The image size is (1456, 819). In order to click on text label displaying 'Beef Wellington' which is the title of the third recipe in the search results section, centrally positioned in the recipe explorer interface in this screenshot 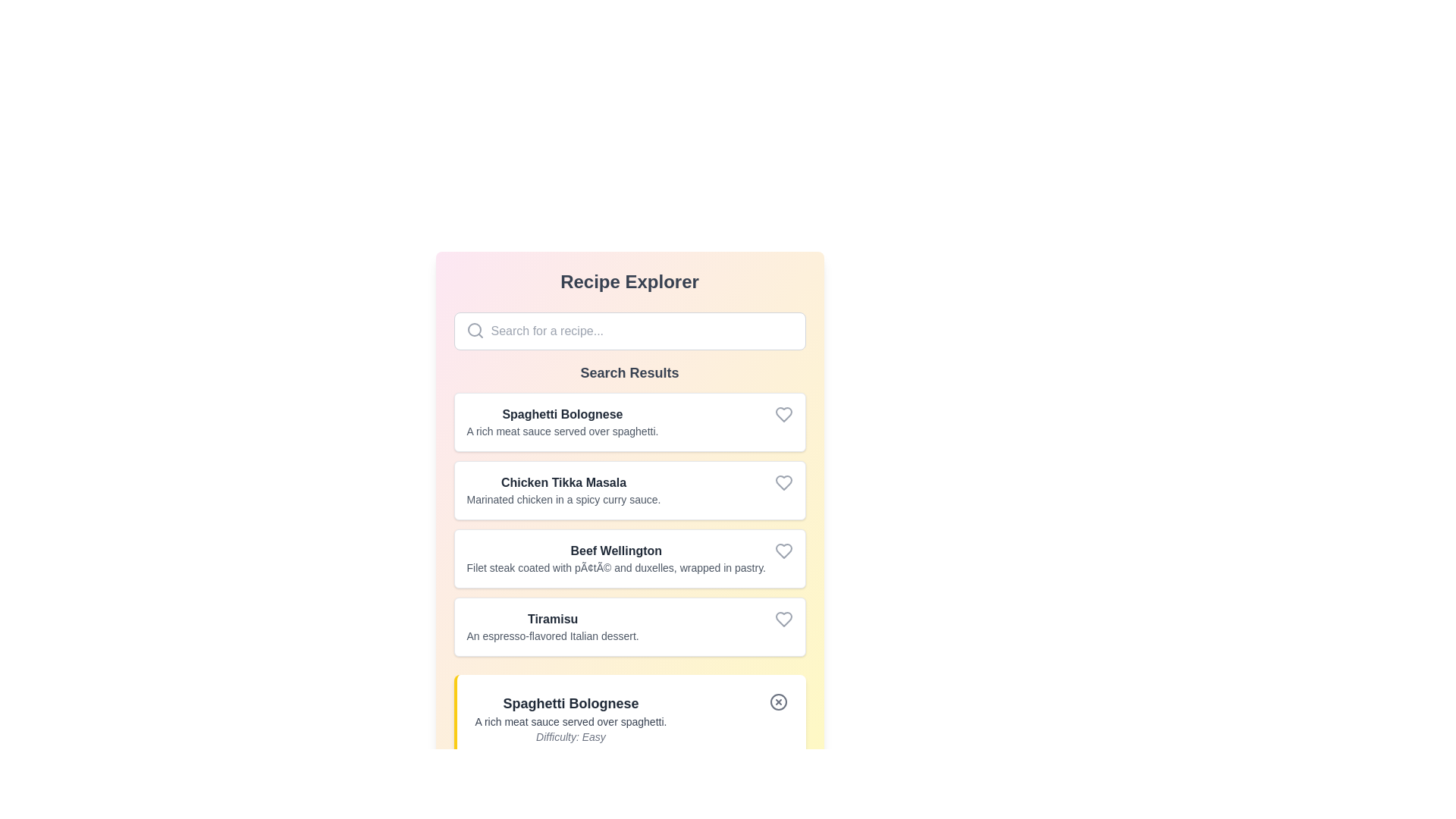, I will do `click(616, 551)`.